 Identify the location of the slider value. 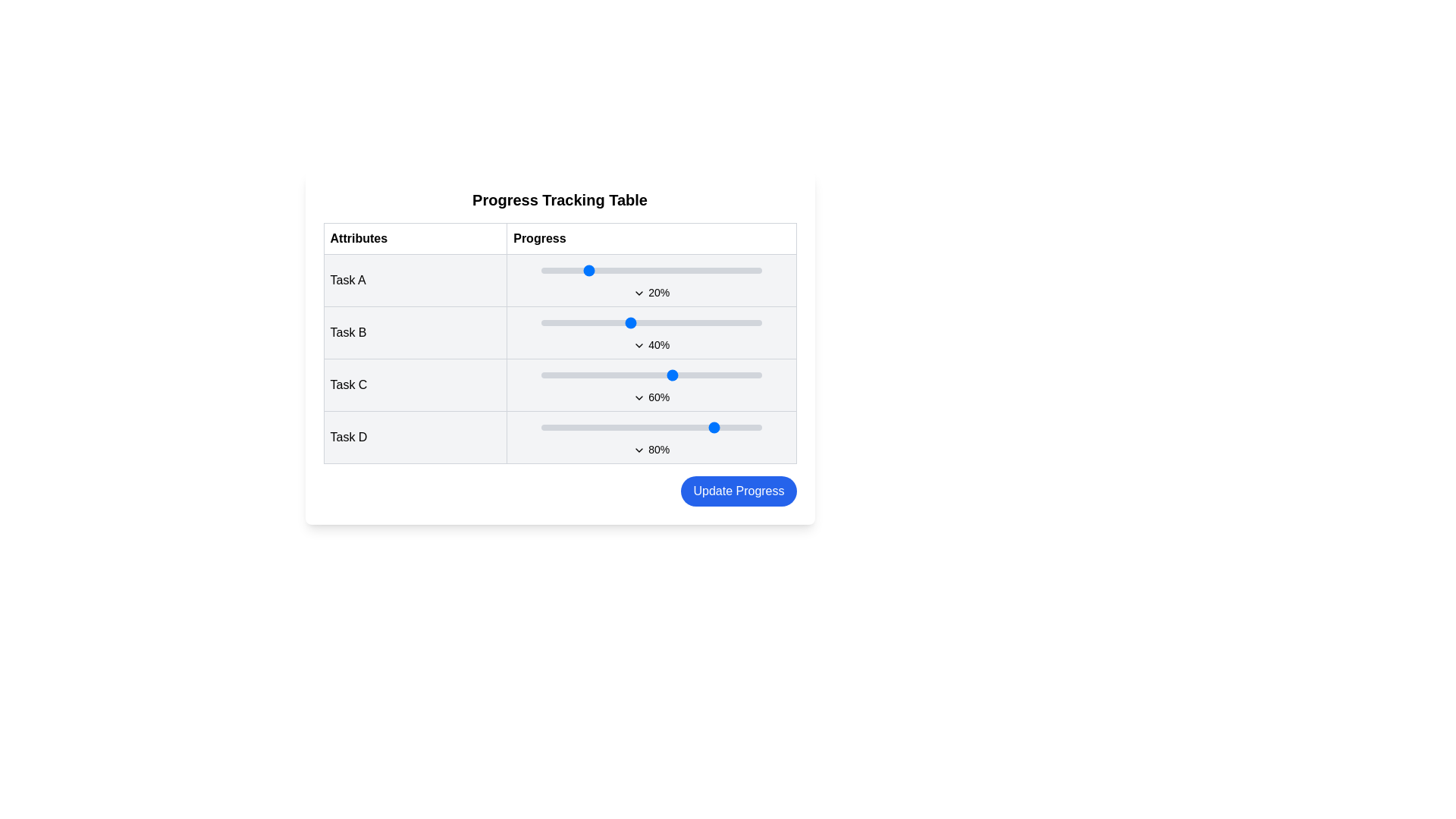
(579, 270).